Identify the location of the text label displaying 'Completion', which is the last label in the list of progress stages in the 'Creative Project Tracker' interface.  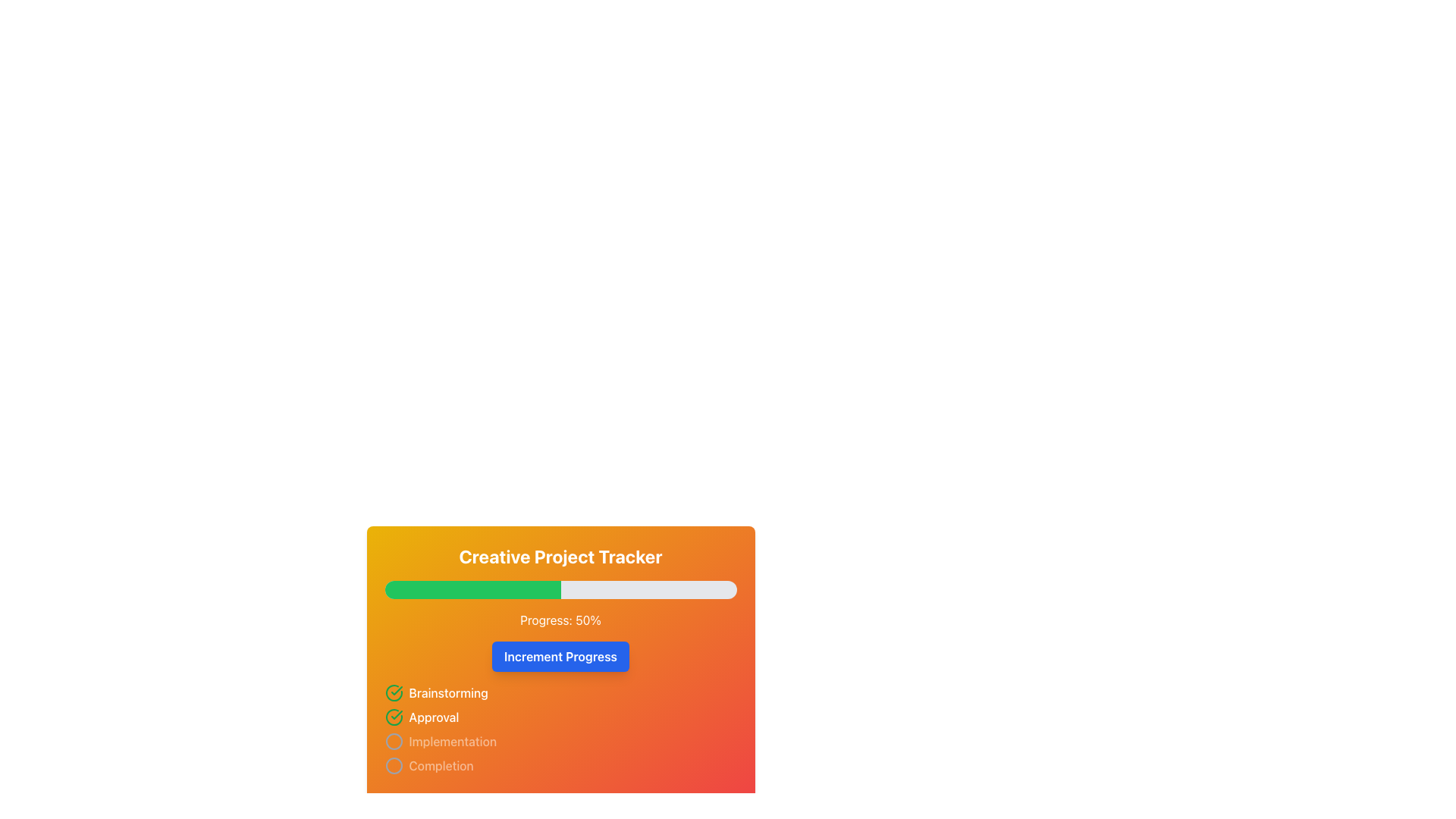
(441, 766).